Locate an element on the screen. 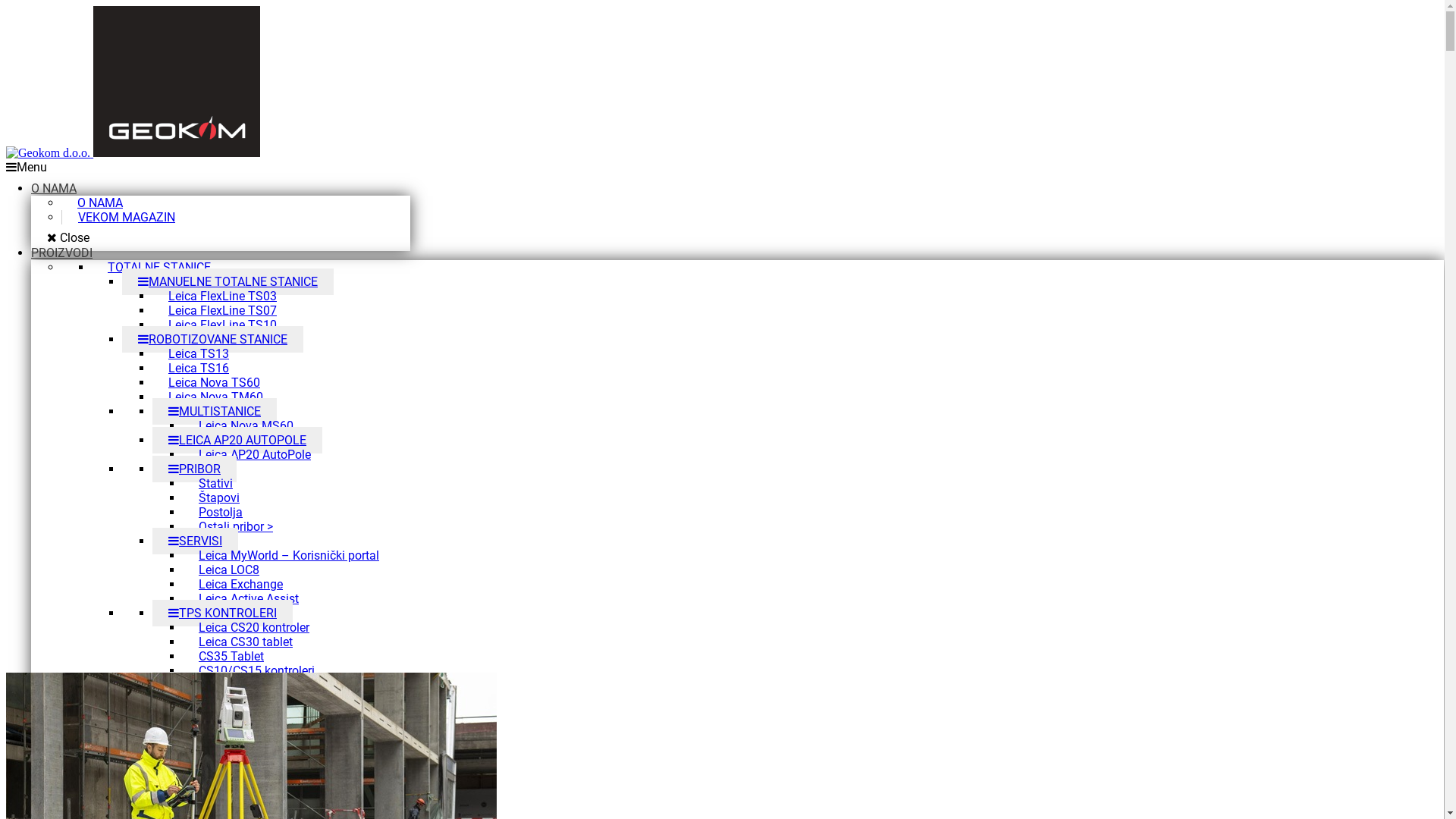  'Leica FlexLine TS07' is located at coordinates (221, 309).